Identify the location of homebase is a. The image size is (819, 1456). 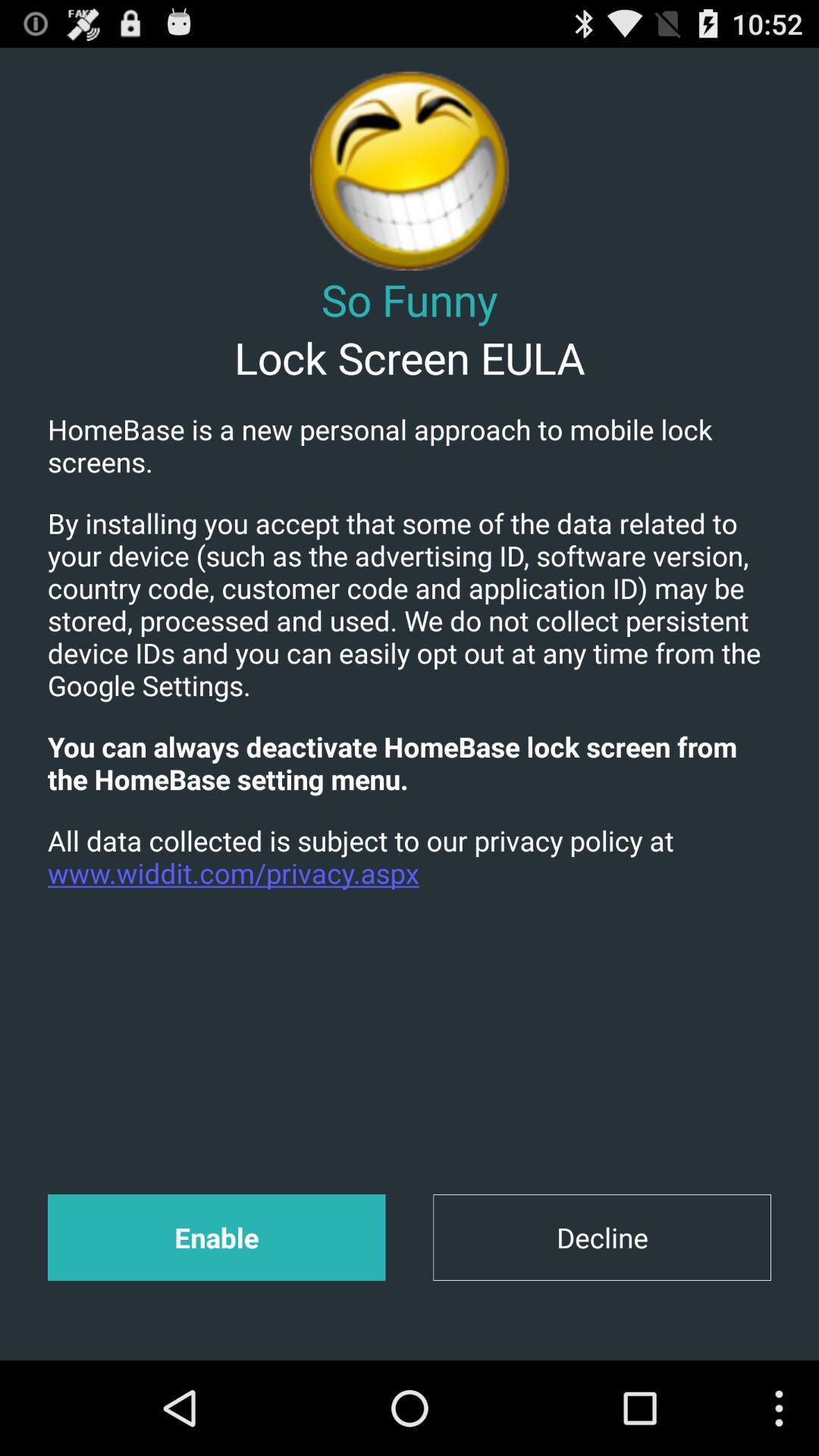
(409, 444).